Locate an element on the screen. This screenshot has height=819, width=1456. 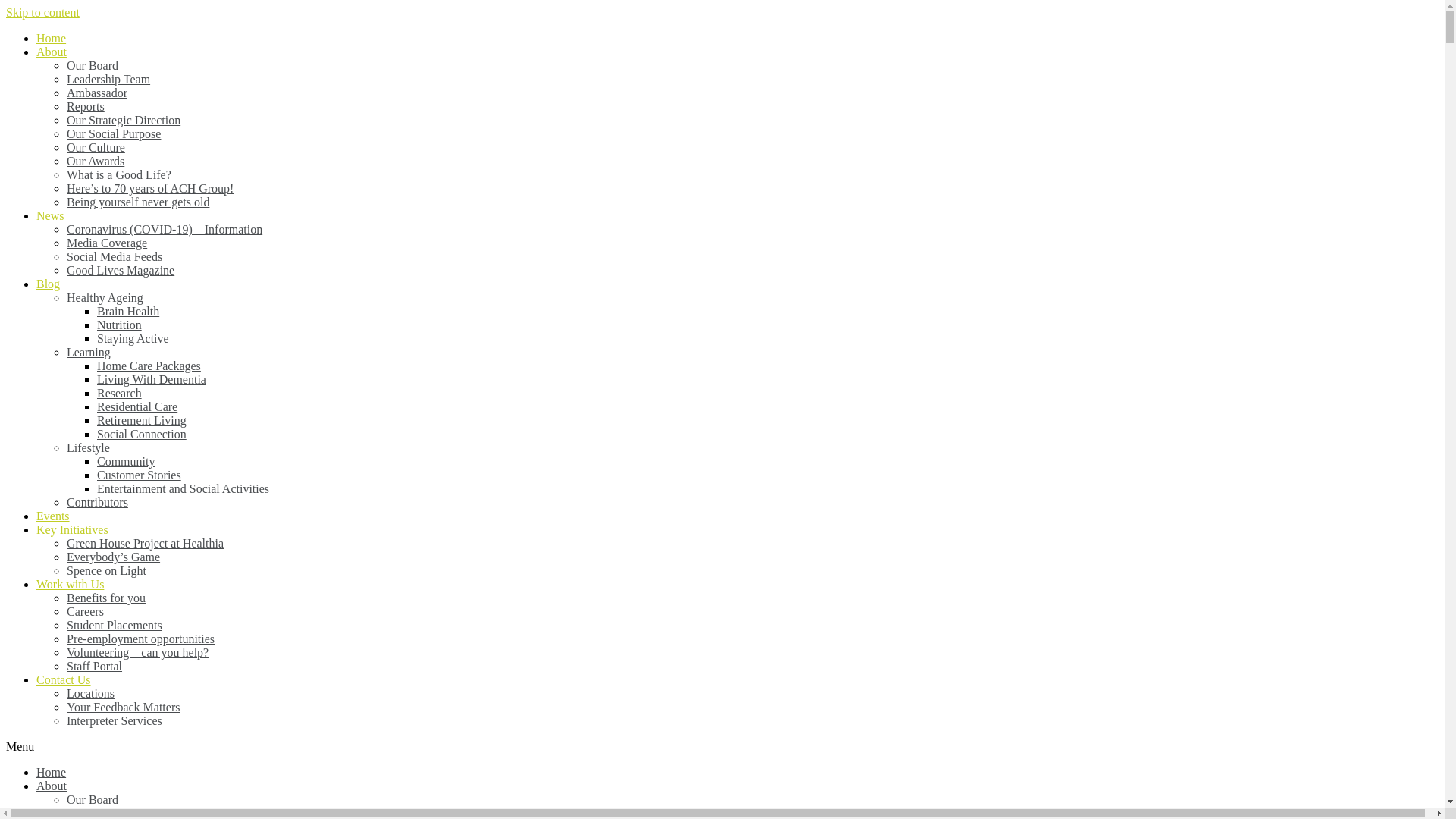
'Healthy Ageing' is located at coordinates (104, 297).